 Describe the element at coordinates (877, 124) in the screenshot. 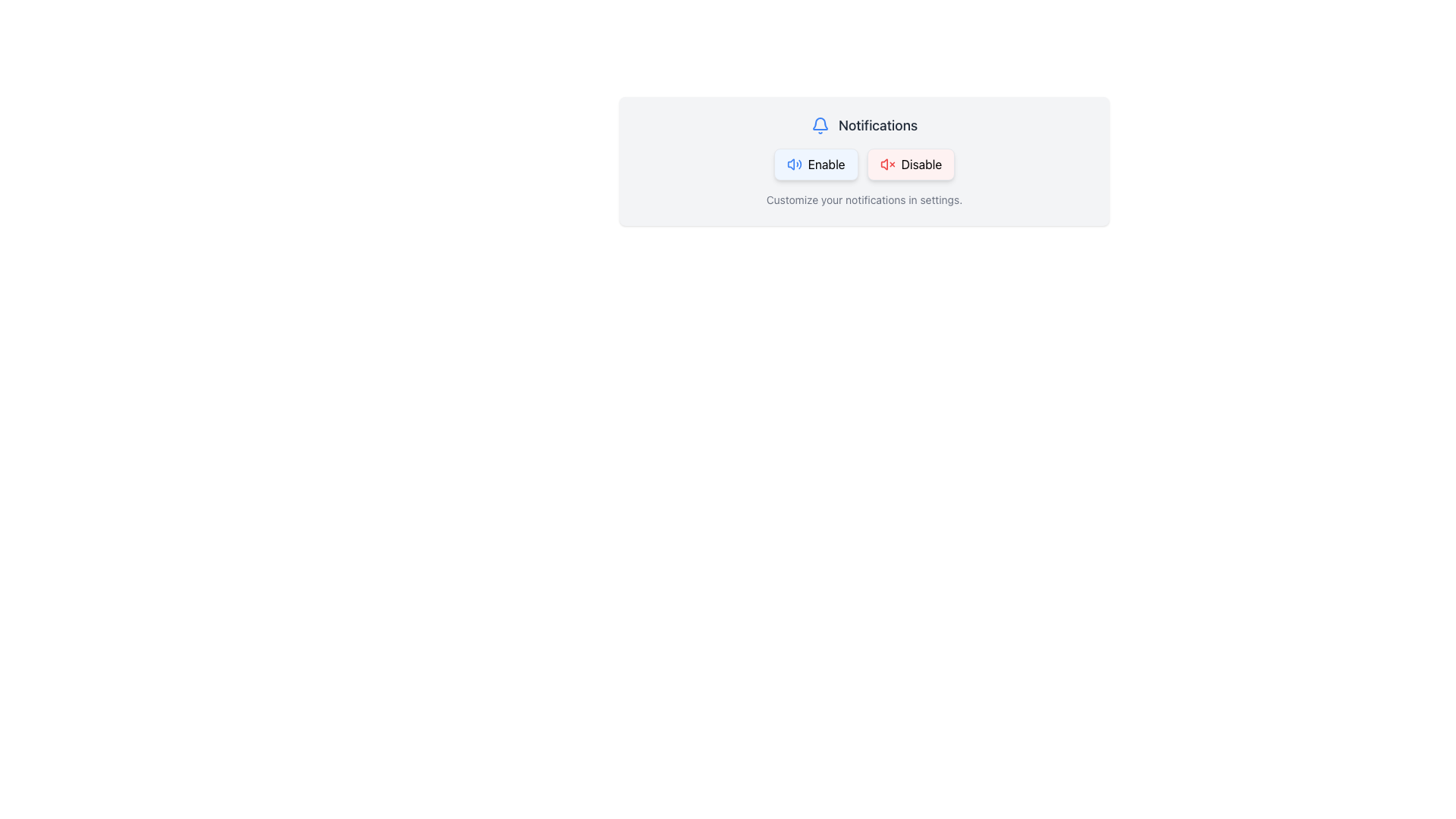

I see `the 'Notifications' text label, which is styled in bold dark gray and positioned near a bell icon` at that location.